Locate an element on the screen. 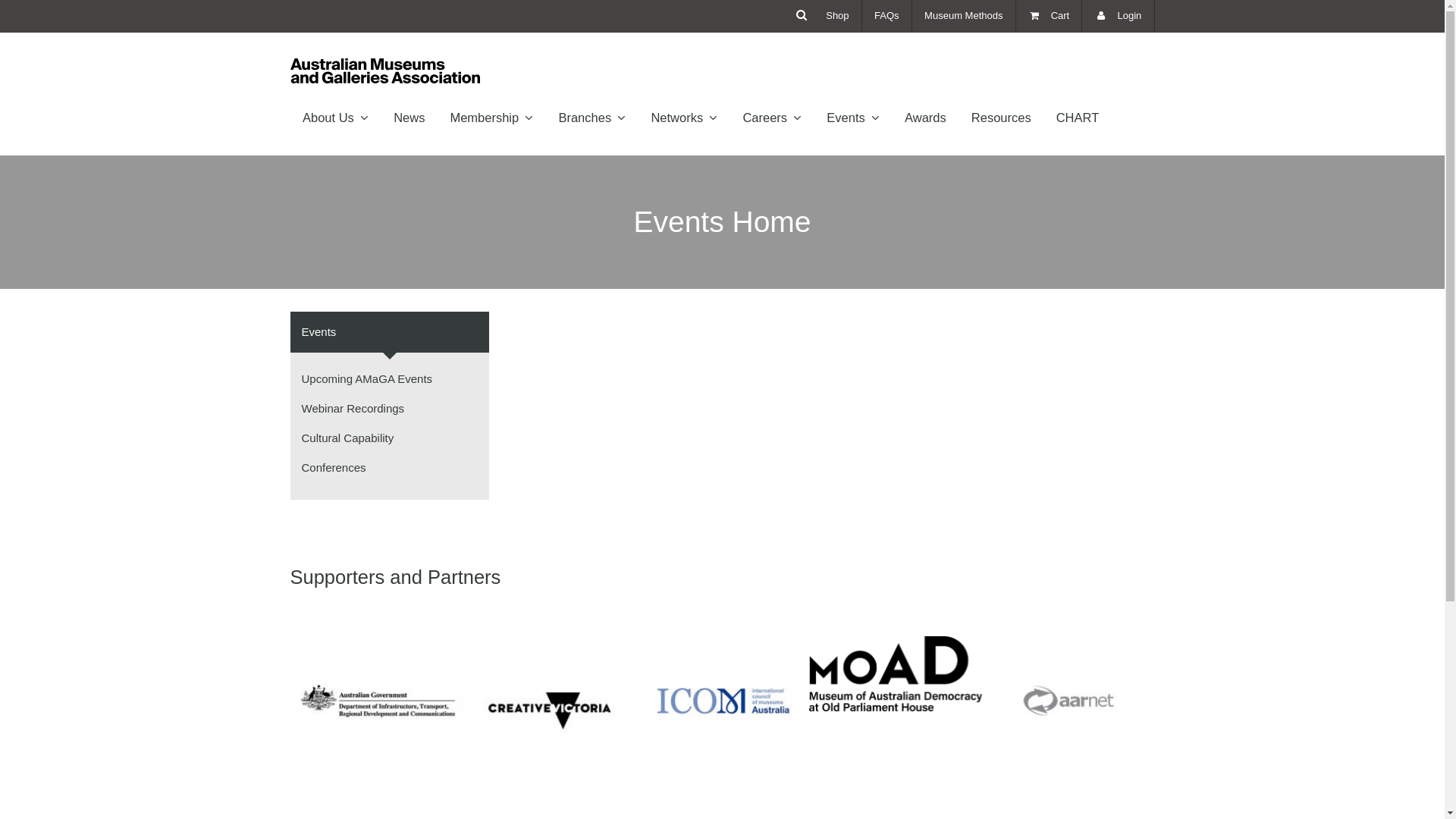 This screenshot has width=1456, height=819. 'Login' is located at coordinates (1118, 16).